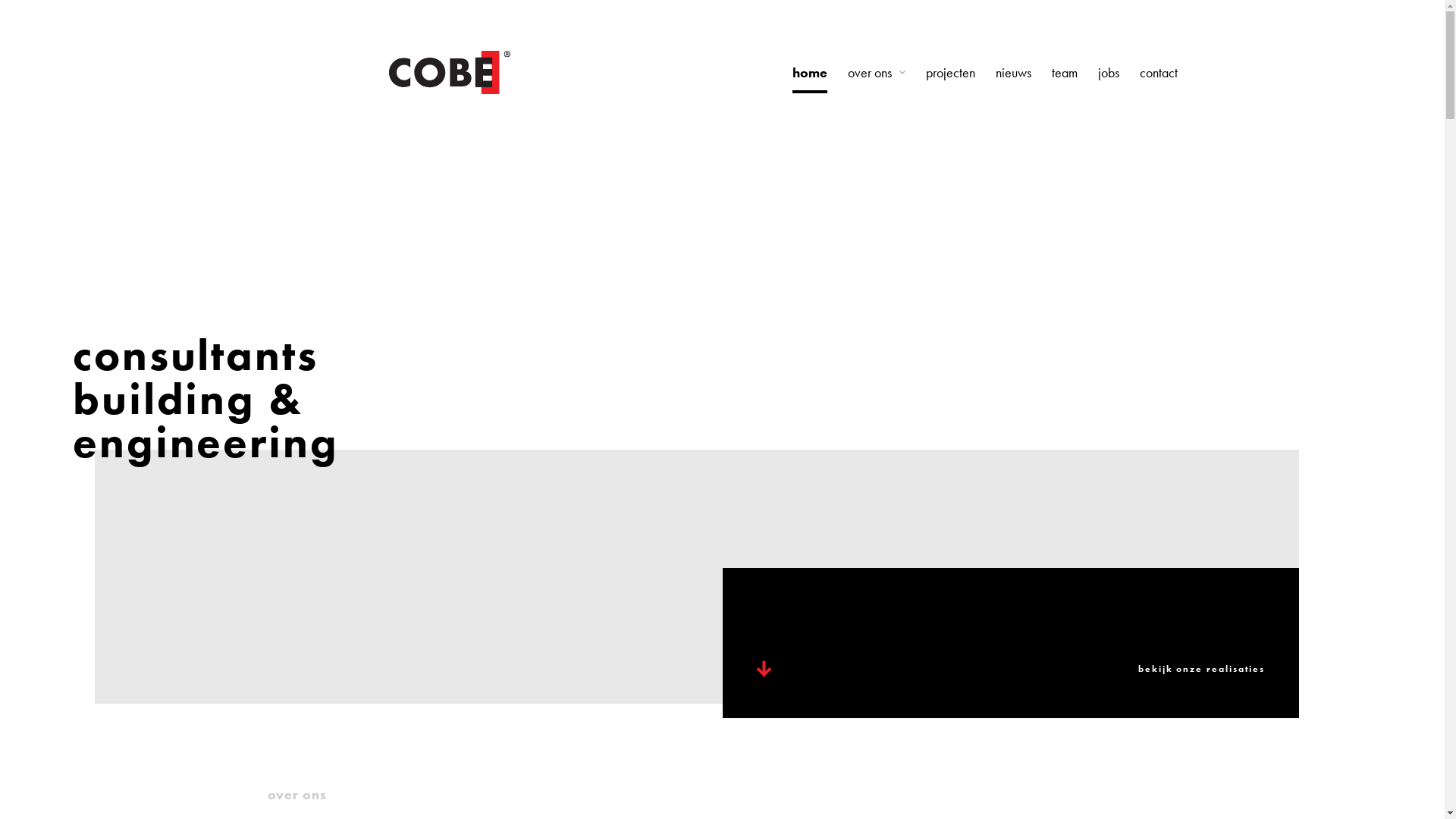 This screenshot has width=1456, height=819. What do you see at coordinates (808, 73) in the screenshot?
I see `'home'` at bounding box center [808, 73].